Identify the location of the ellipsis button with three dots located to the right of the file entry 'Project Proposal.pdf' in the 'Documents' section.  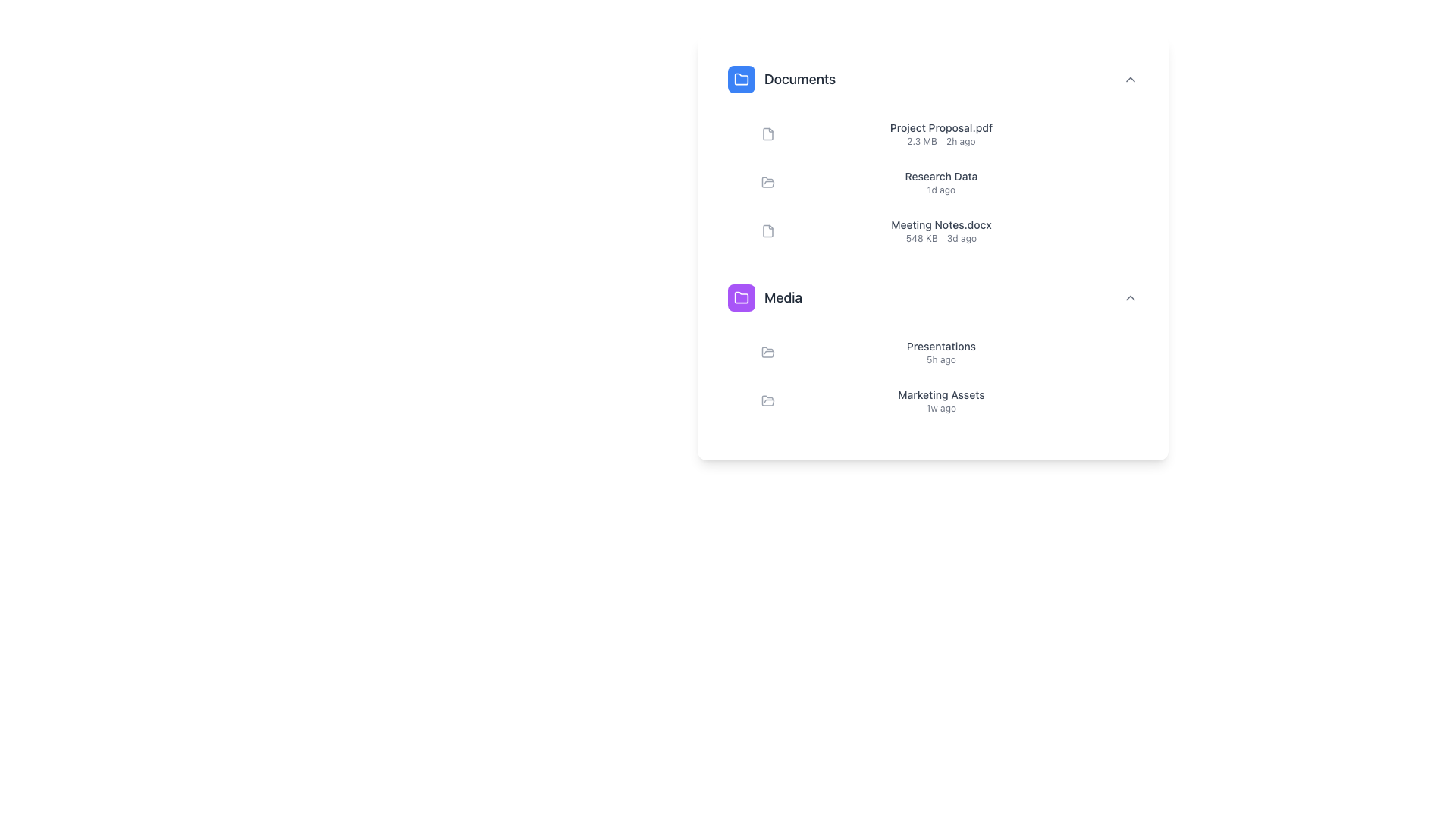
(1131, 133).